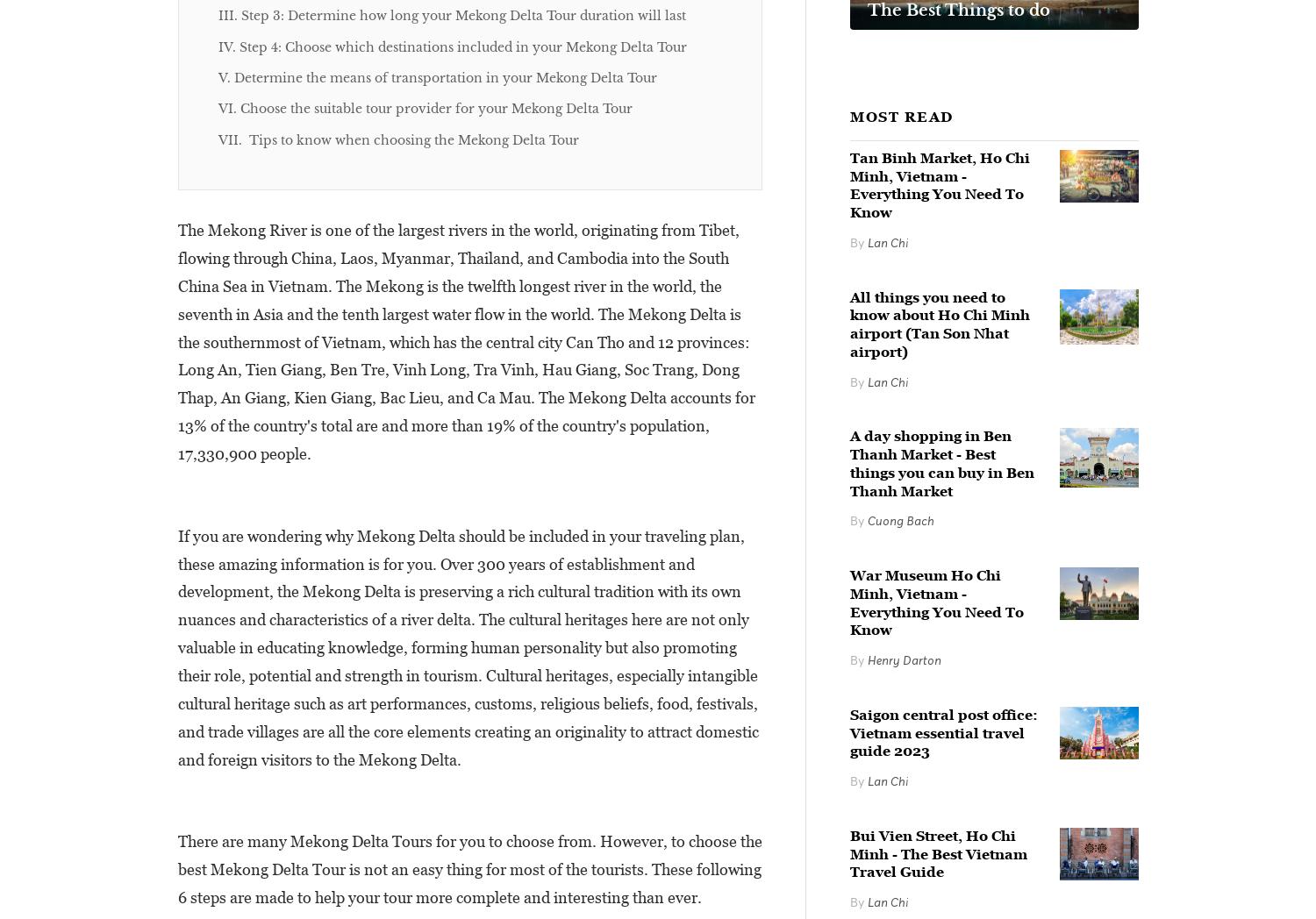 The height and width of the screenshot is (919, 1316). Describe the element at coordinates (737, 605) in the screenshot. I see `'Hai Phong, VIetnam'` at that location.